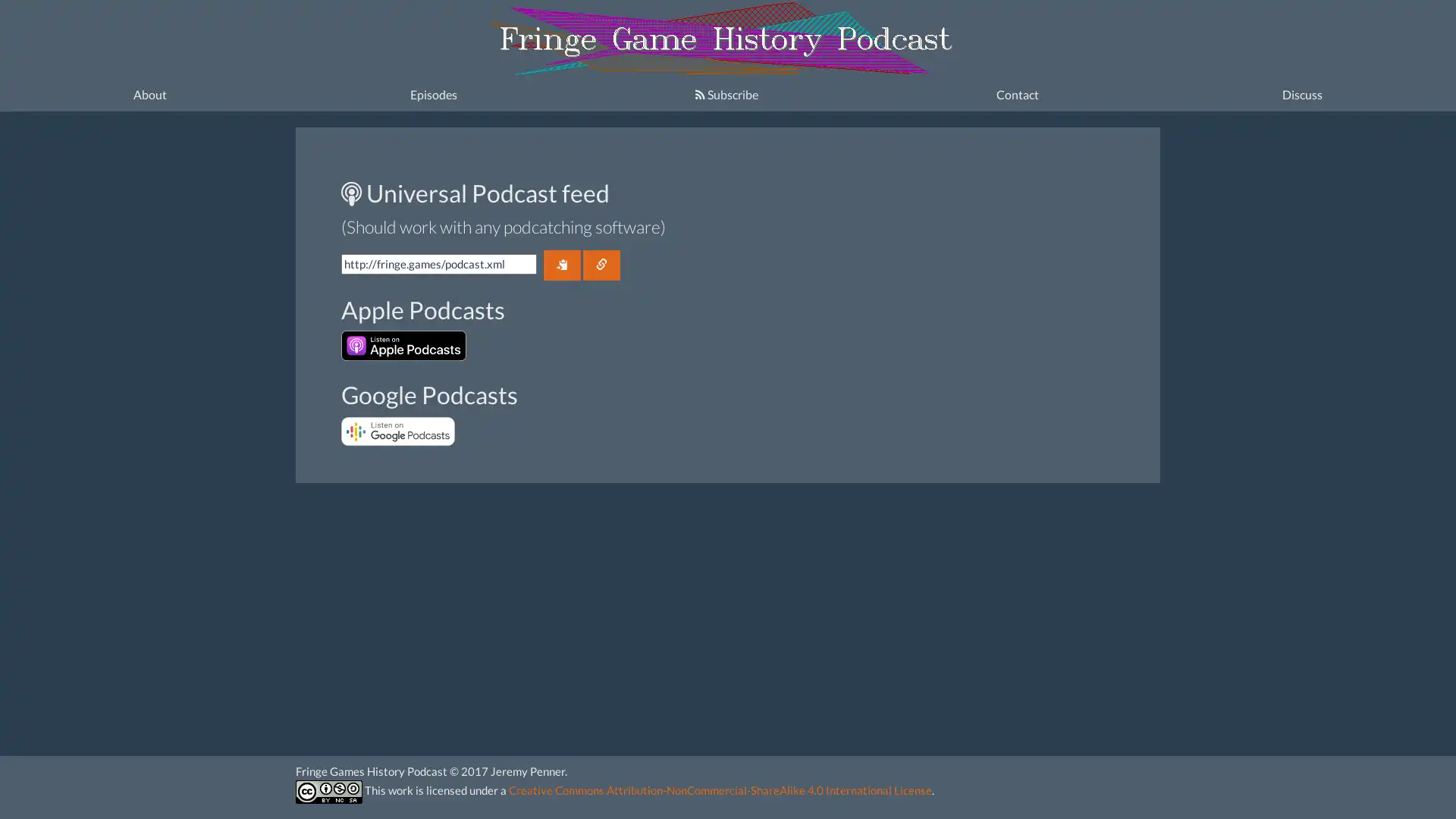 This screenshot has height=819, width=1456. What do you see at coordinates (601, 264) in the screenshot?
I see `Link` at bounding box center [601, 264].